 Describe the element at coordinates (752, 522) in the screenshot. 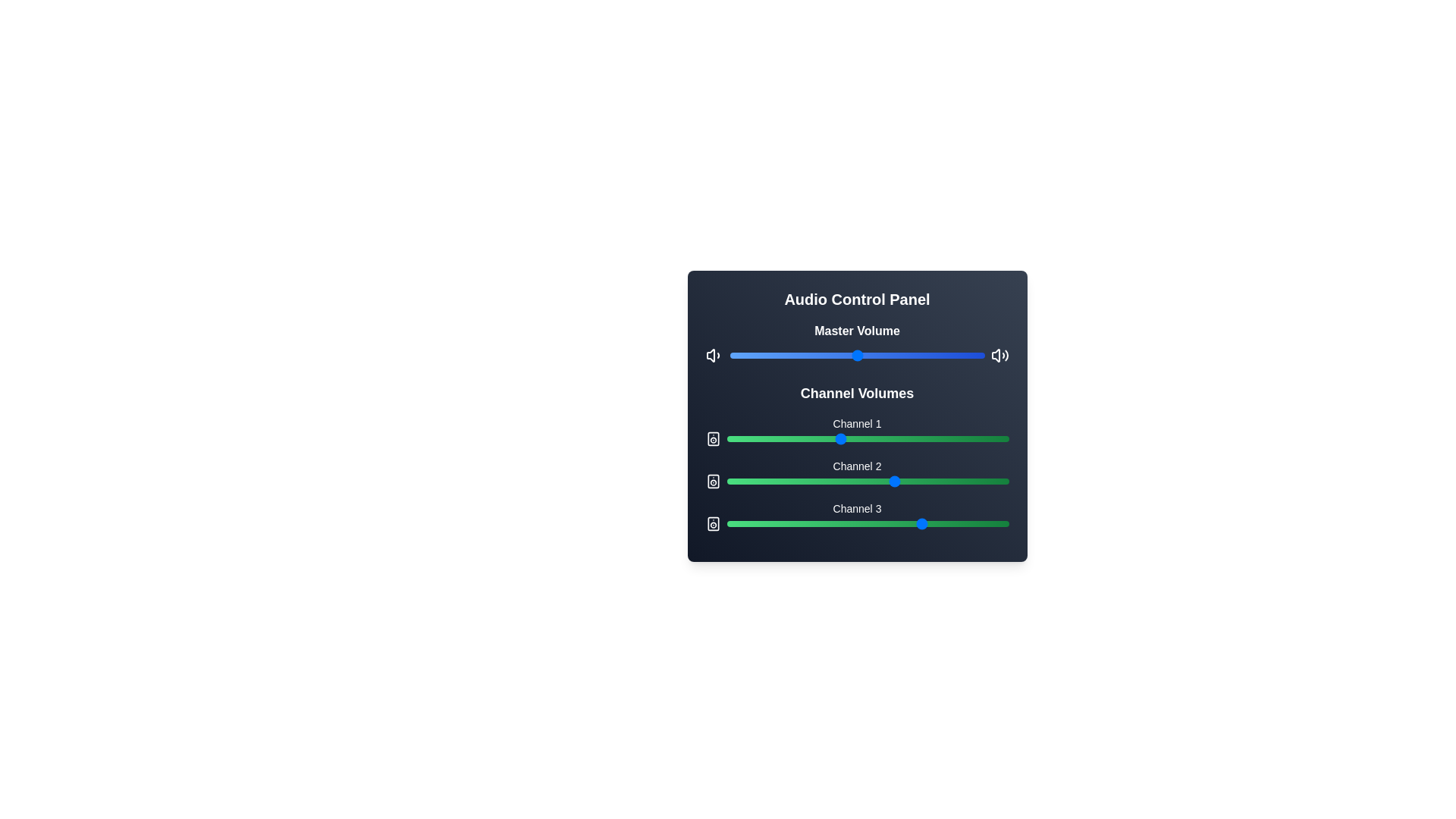

I see `the slider value` at that location.